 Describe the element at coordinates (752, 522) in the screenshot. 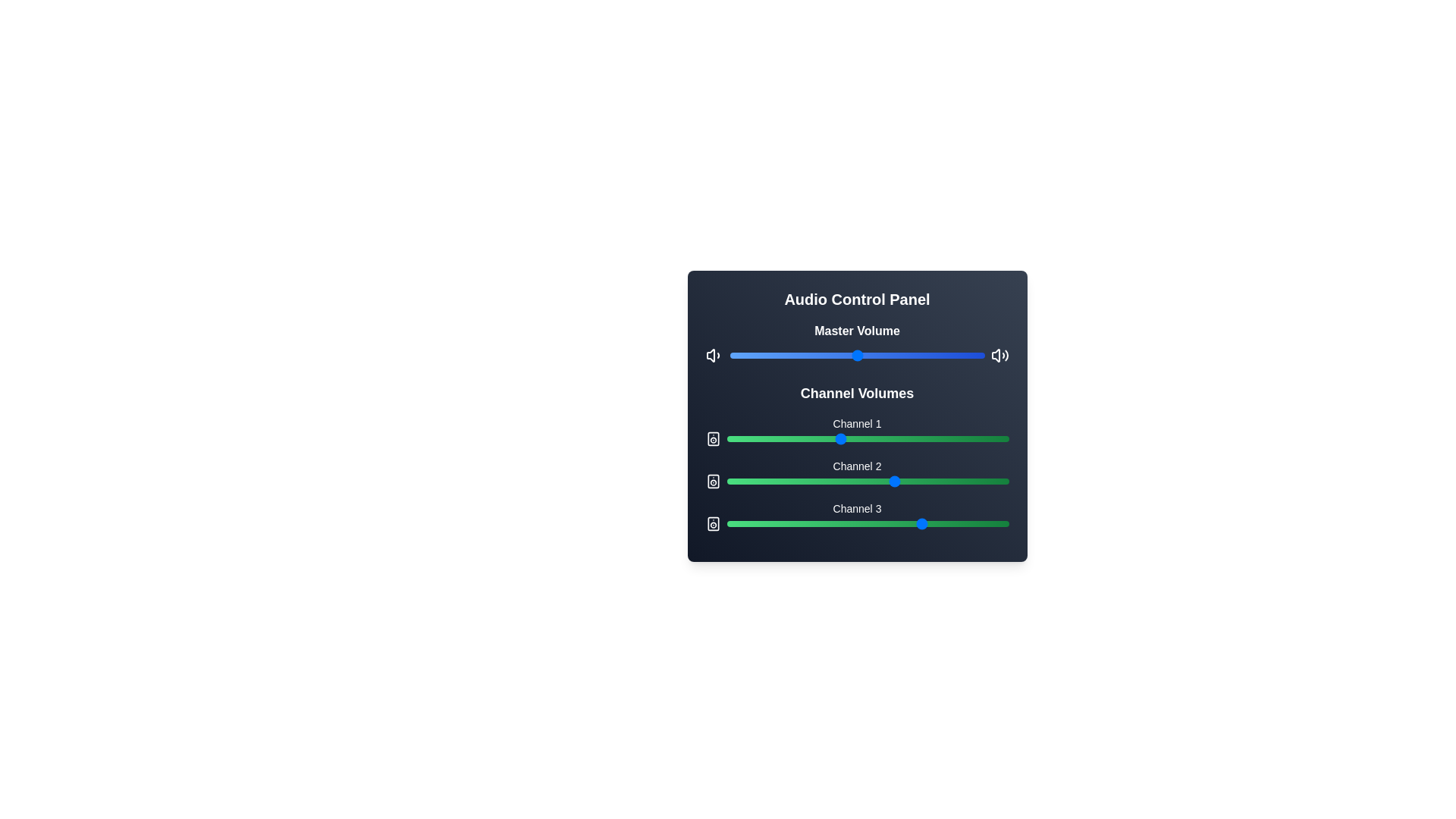

I see `the slider value` at that location.